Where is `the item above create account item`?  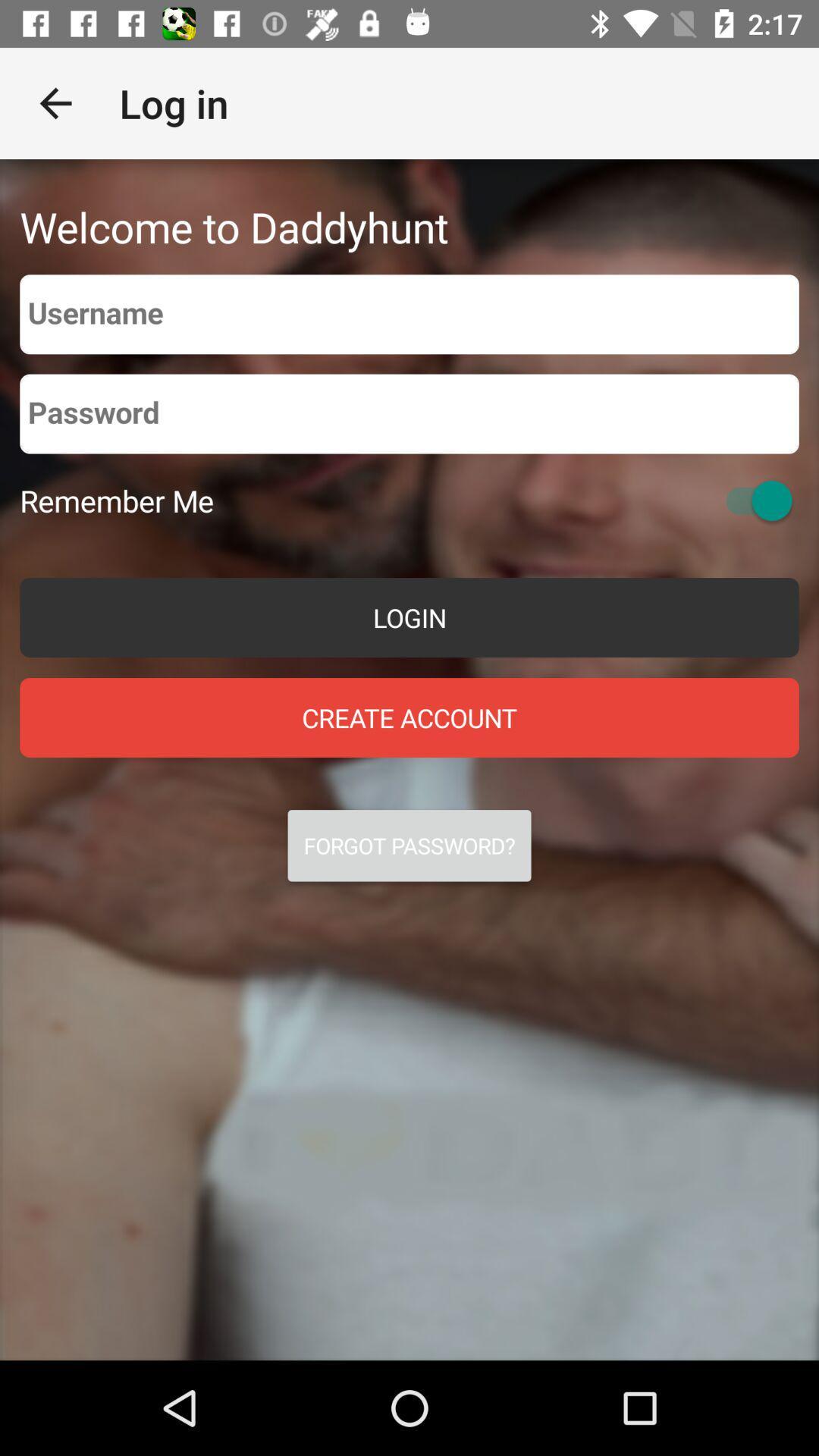
the item above create account item is located at coordinates (409, 617).